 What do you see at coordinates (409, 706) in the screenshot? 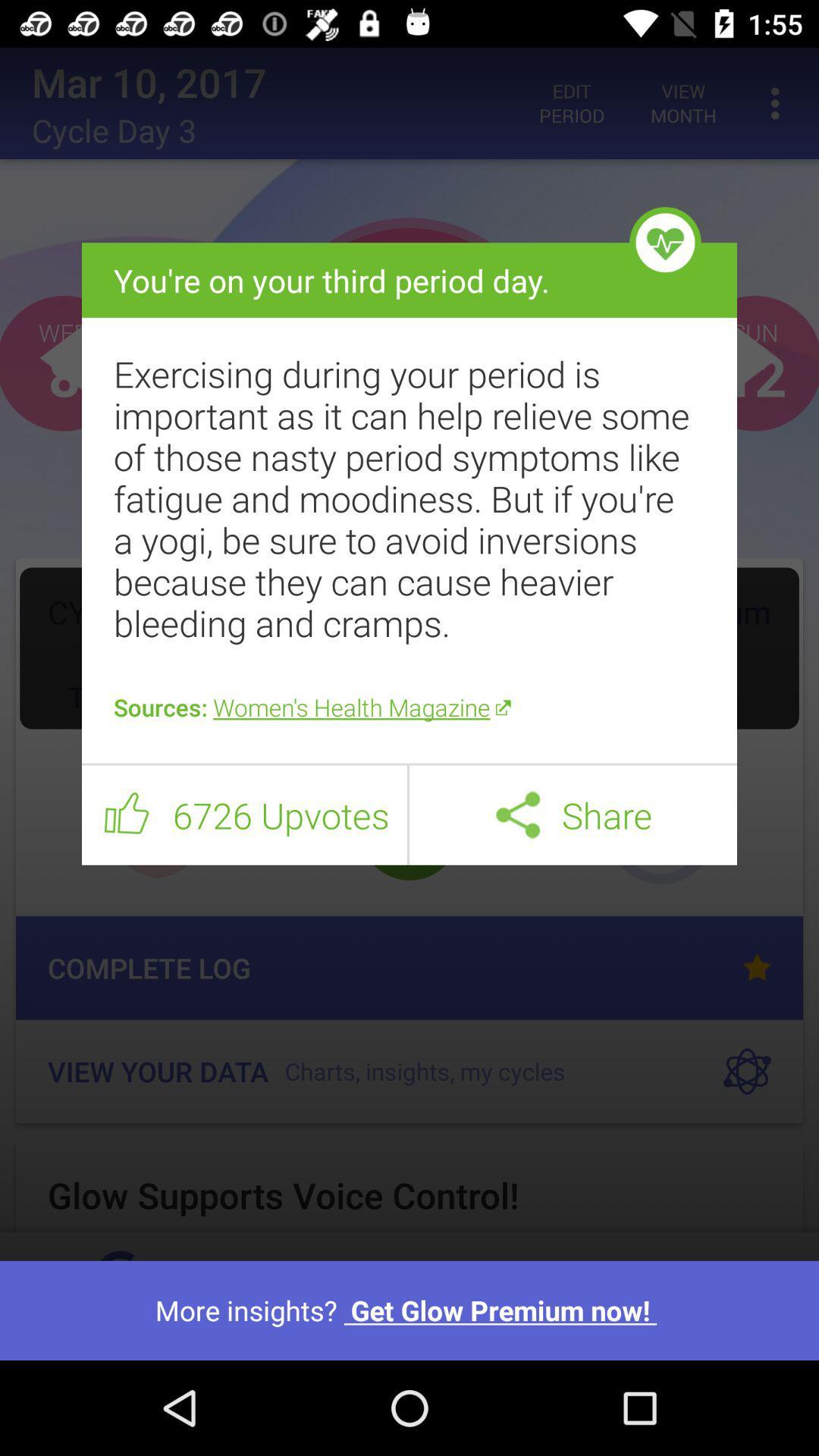
I see `the sources women s` at bounding box center [409, 706].